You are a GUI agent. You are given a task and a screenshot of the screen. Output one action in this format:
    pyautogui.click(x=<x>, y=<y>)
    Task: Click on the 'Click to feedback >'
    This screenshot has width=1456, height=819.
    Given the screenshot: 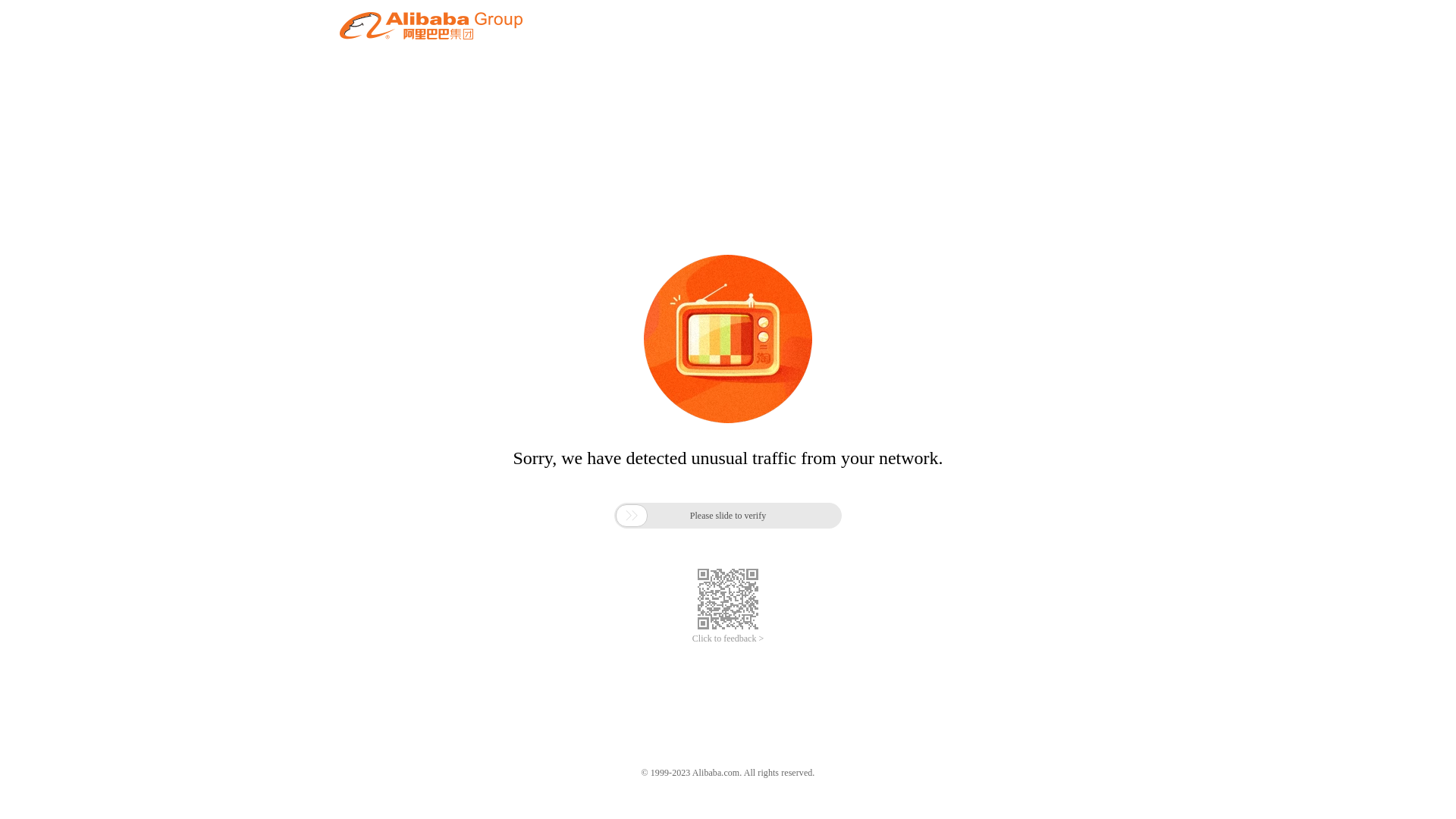 What is the action you would take?
    pyautogui.click(x=691, y=639)
    